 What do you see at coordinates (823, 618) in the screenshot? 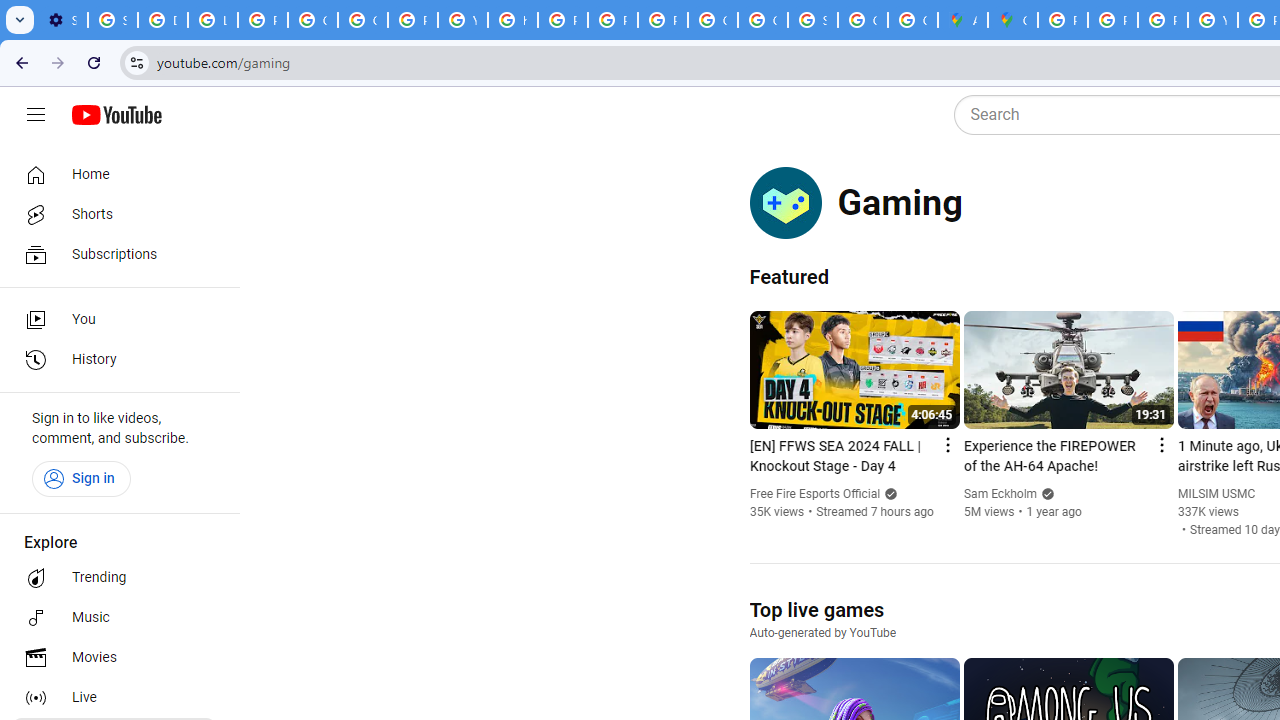
I see `'Top live games Auto-generated by YouTube'` at bounding box center [823, 618].